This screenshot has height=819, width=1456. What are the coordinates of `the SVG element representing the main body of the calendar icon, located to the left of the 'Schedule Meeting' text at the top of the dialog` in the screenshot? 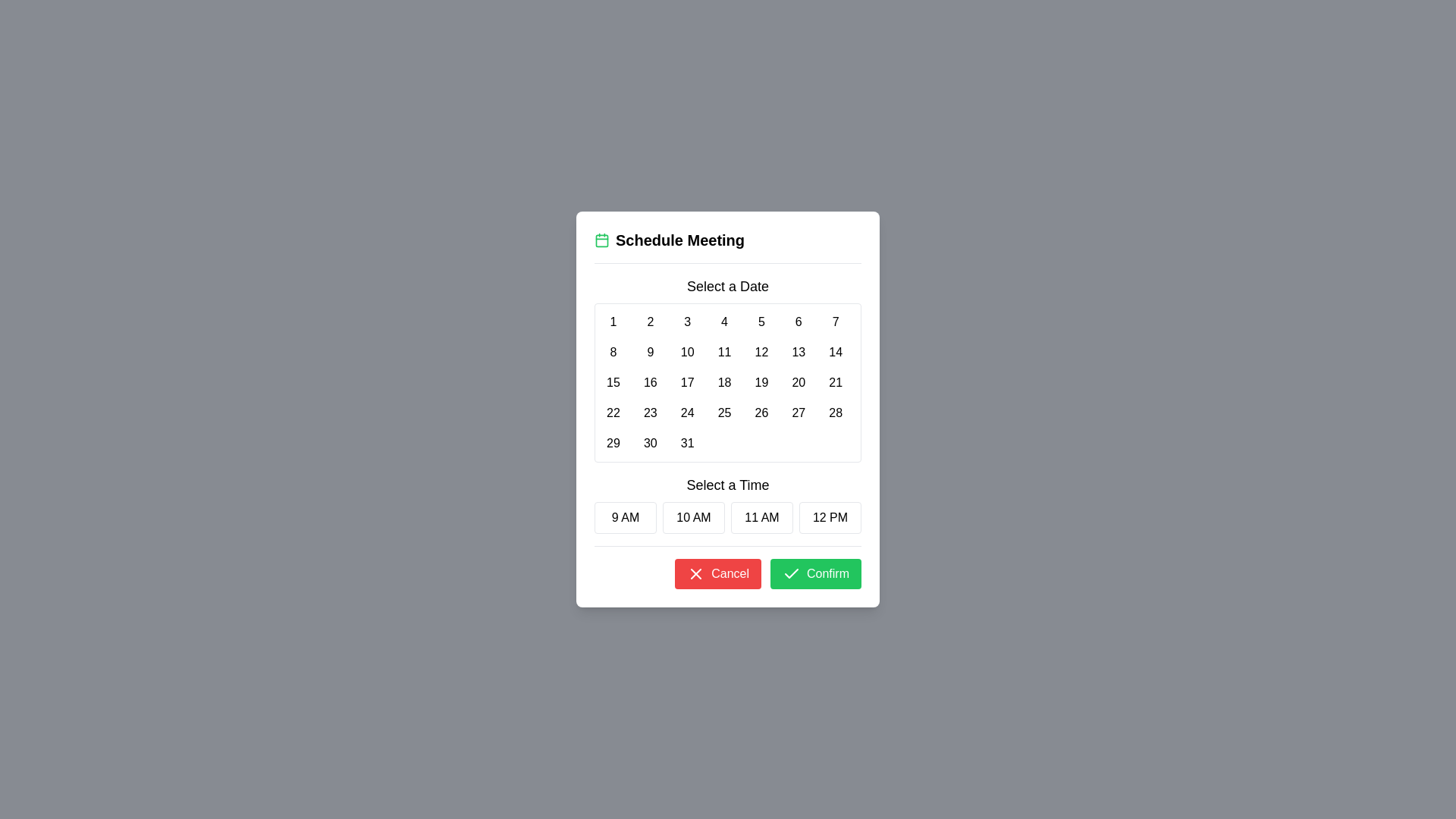 It's located at (601, 239).